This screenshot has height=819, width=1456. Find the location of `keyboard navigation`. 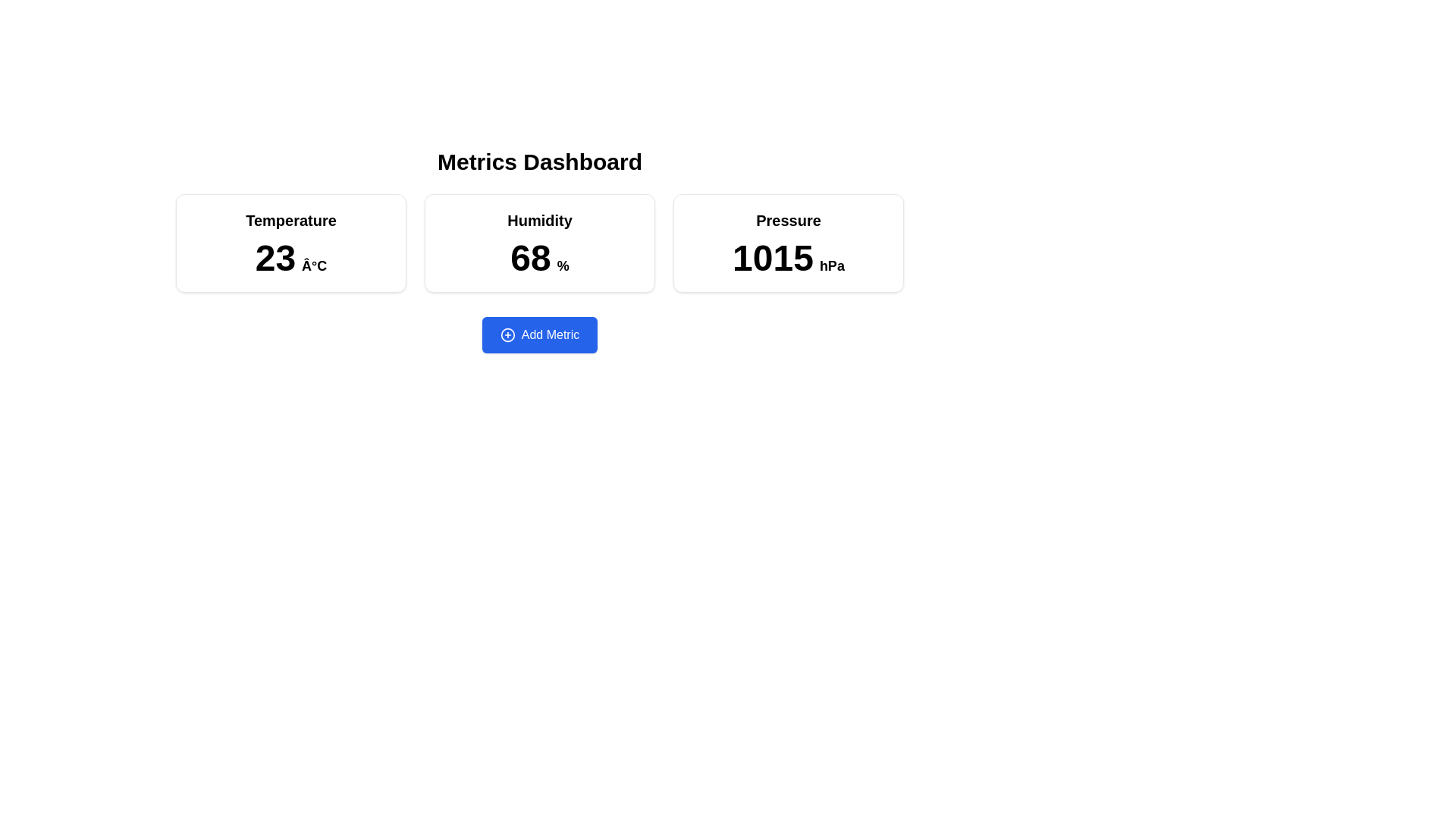

keyboard navigation is located at coordinates (539, 334).